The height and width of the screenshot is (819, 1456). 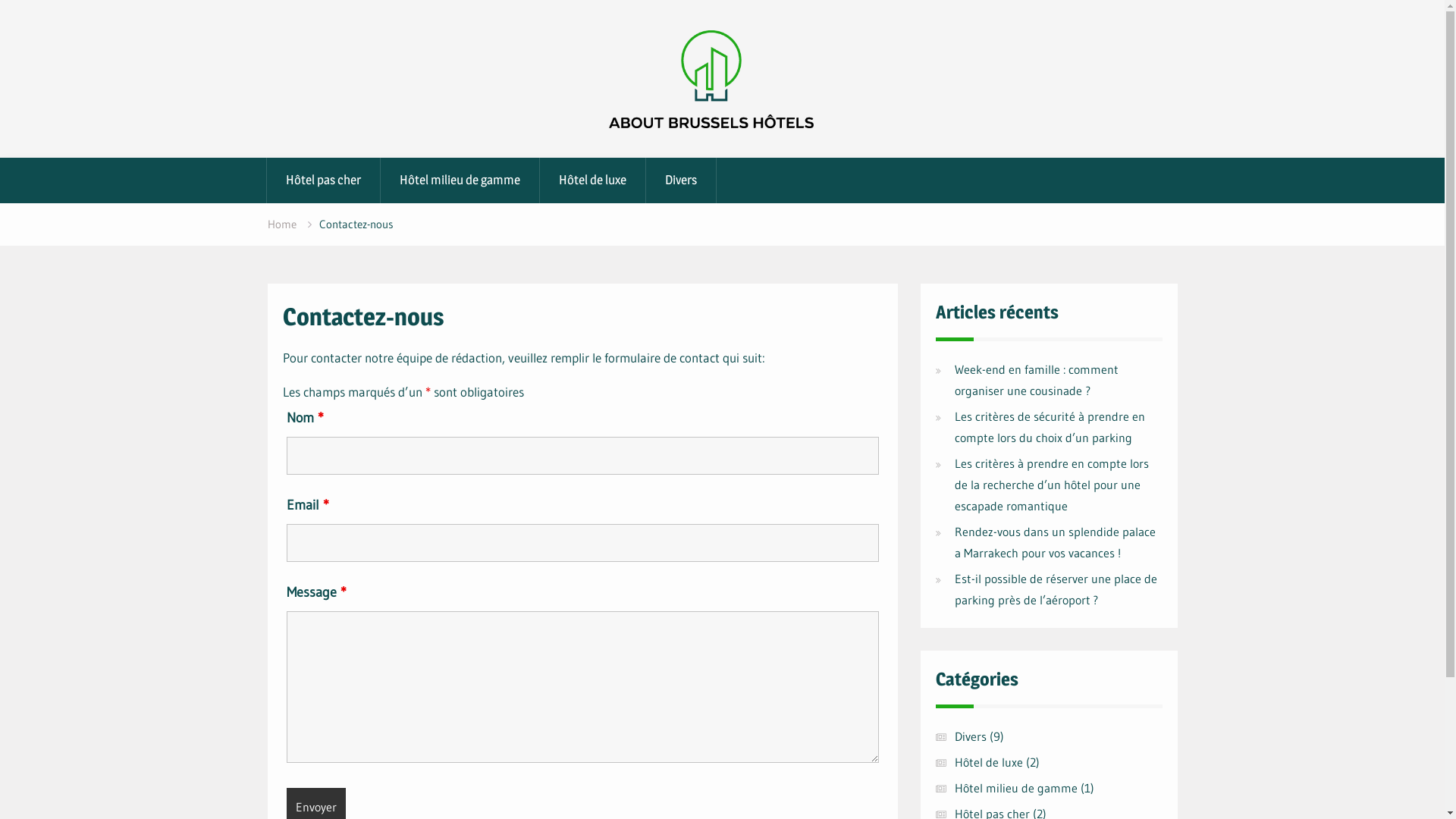 I want to click on 'Divers', so click(x=680, y=180).